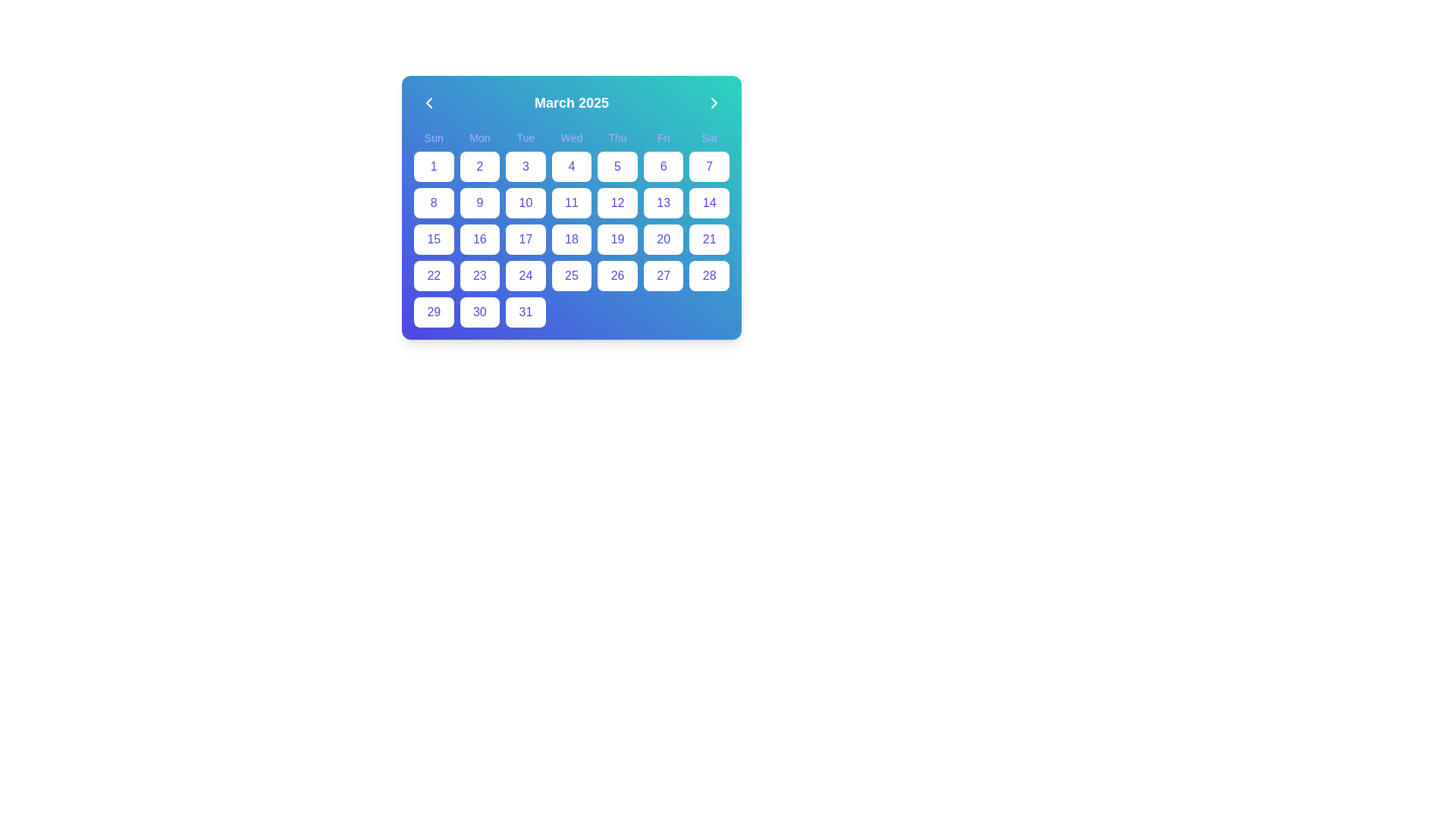  I want to click on the button displaying the number '20' in a calendar interface, so click(663, 239).